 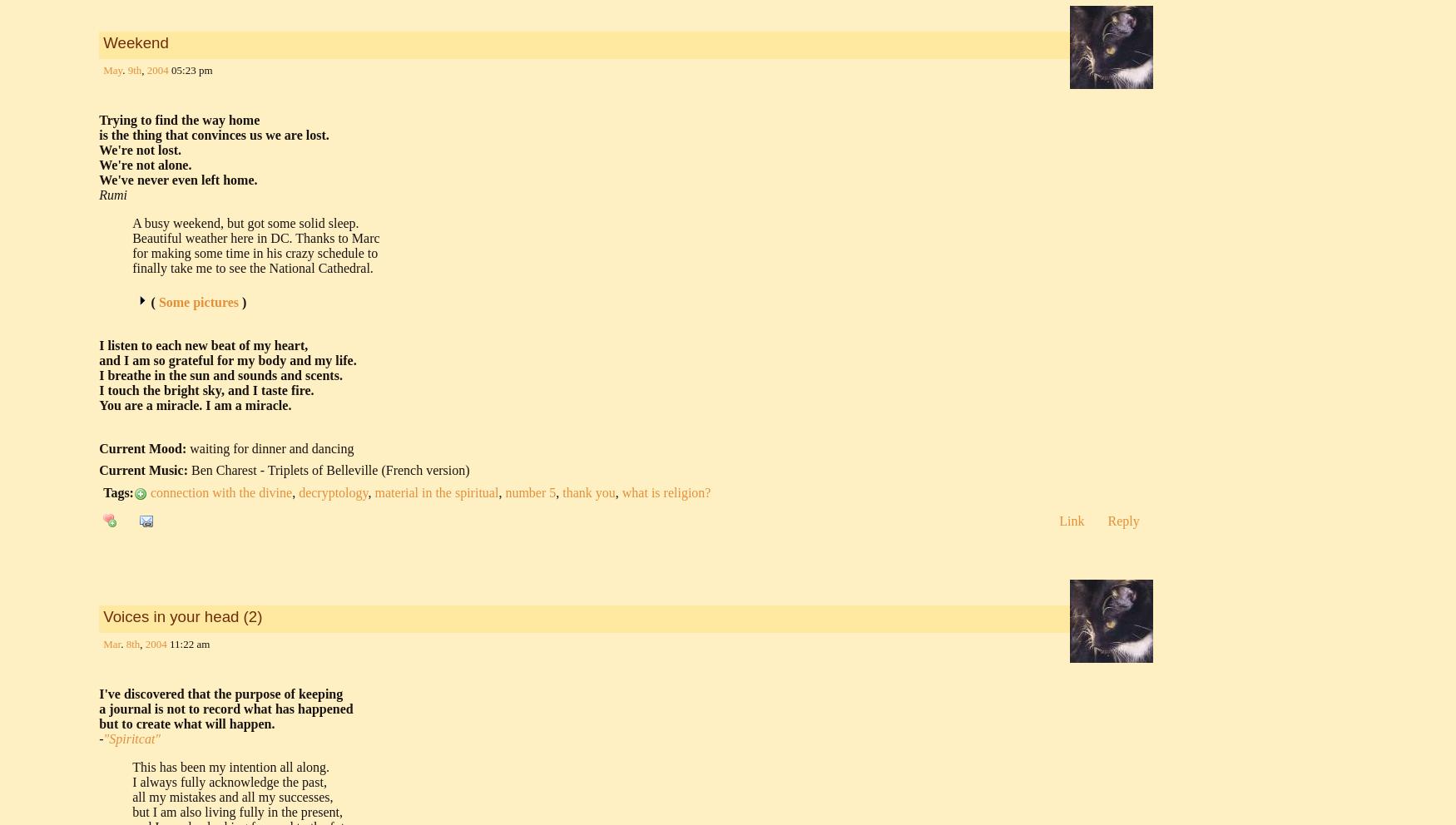 What do you see at coordinates (131, 738) in the screenshot?
I see `'"Spiritcat"'` at bounding box center [131, 738].